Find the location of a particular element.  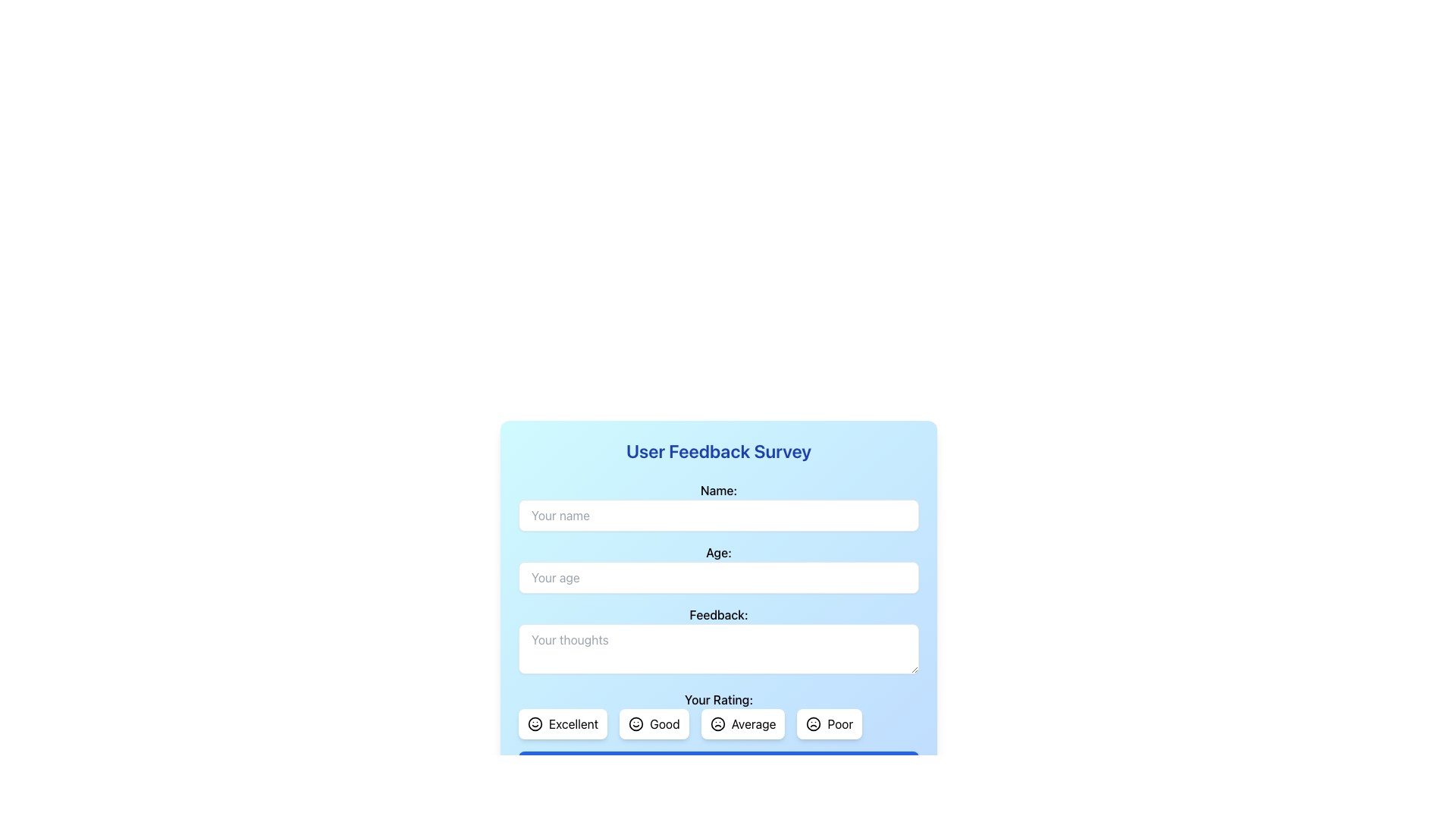

the circular frowning face icon which is the leftmost graphical part of the 'Average' button in the rating group at the bottom of the survey form is located at coordinates (717, 723).